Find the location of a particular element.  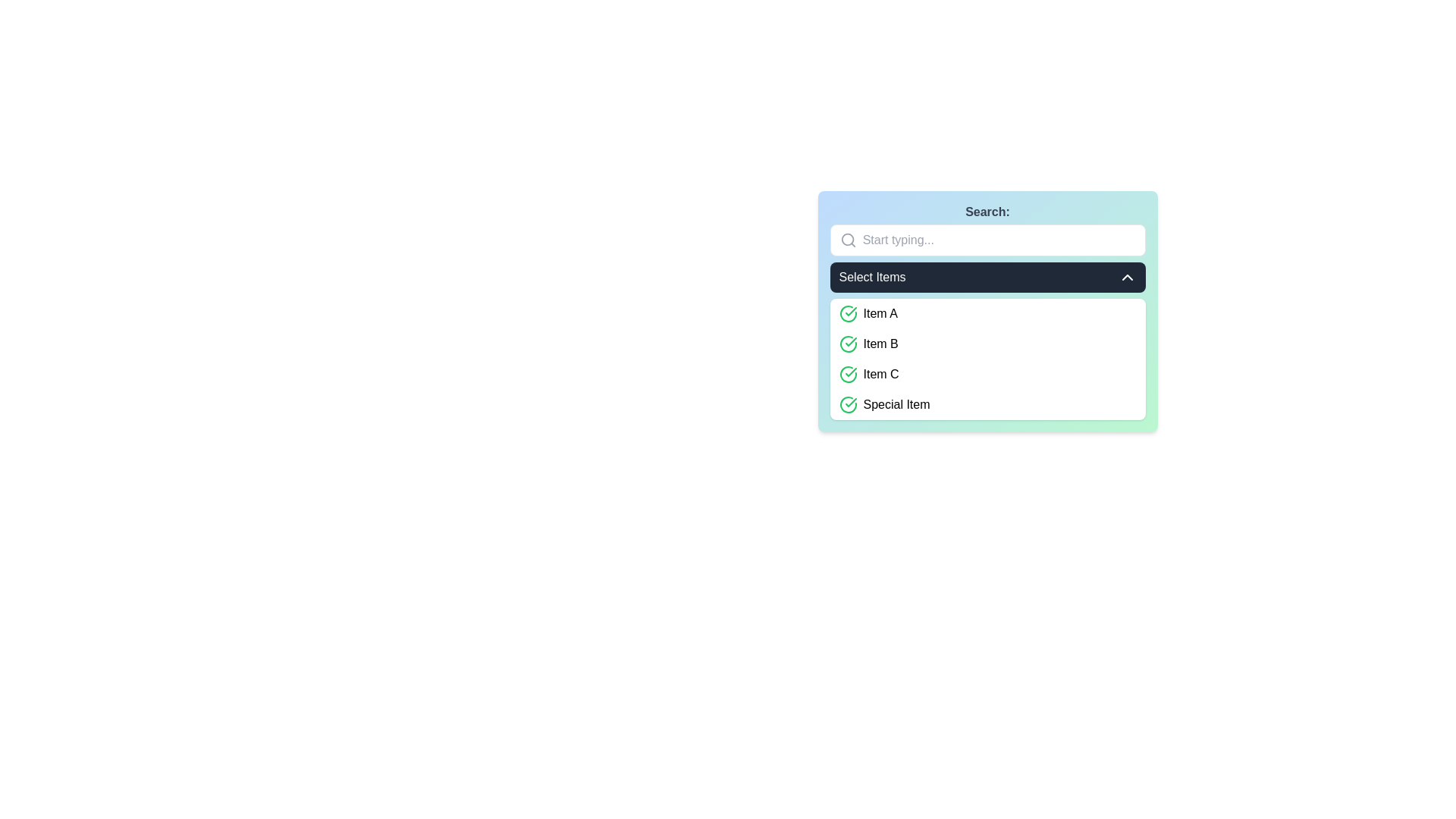

the green checkmark icon indicating that 'Item A' is selected in the list is located at coordinates (851, 372).